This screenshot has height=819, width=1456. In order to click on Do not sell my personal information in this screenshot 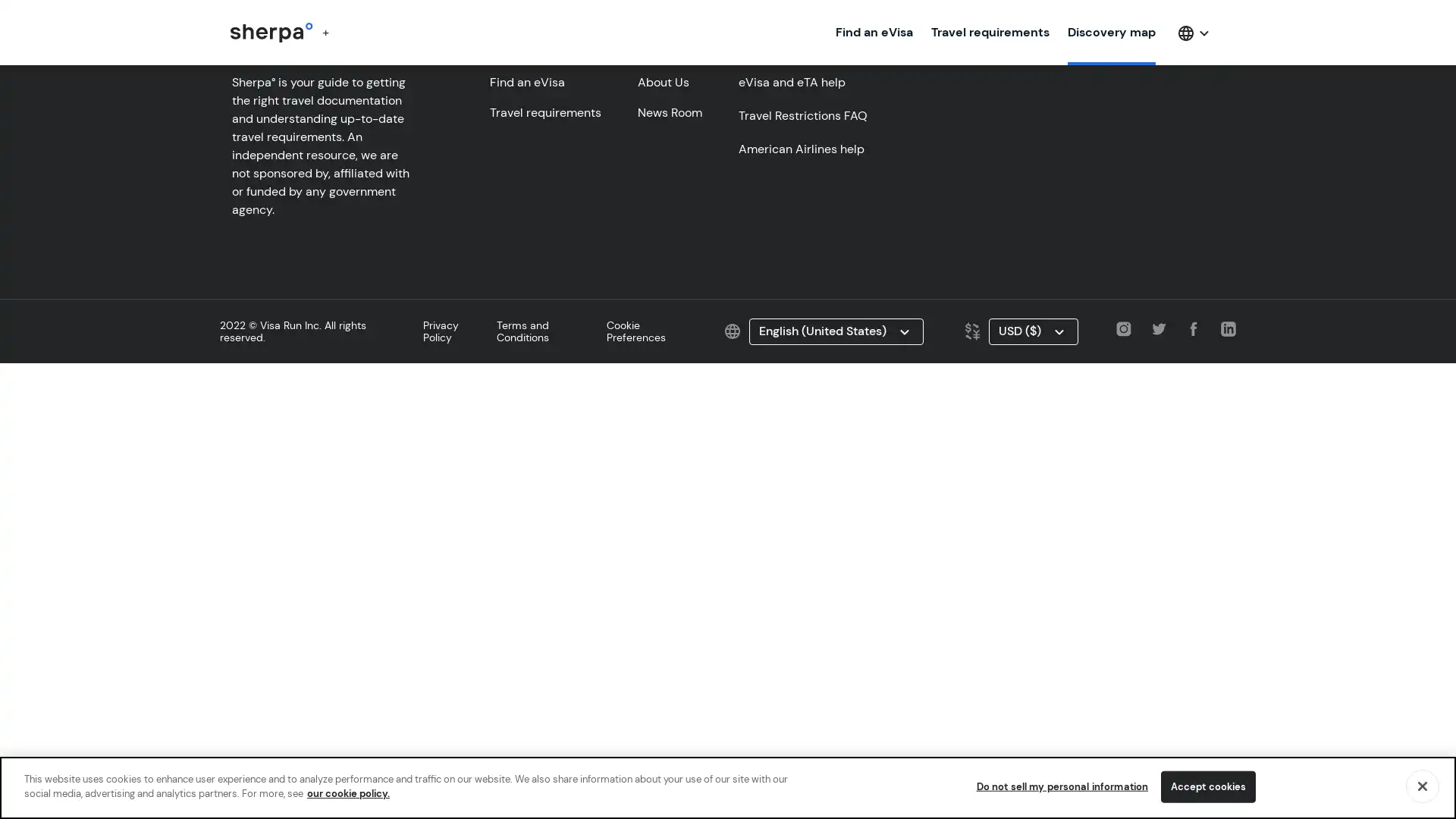, I will do `click(1061, 786)`.